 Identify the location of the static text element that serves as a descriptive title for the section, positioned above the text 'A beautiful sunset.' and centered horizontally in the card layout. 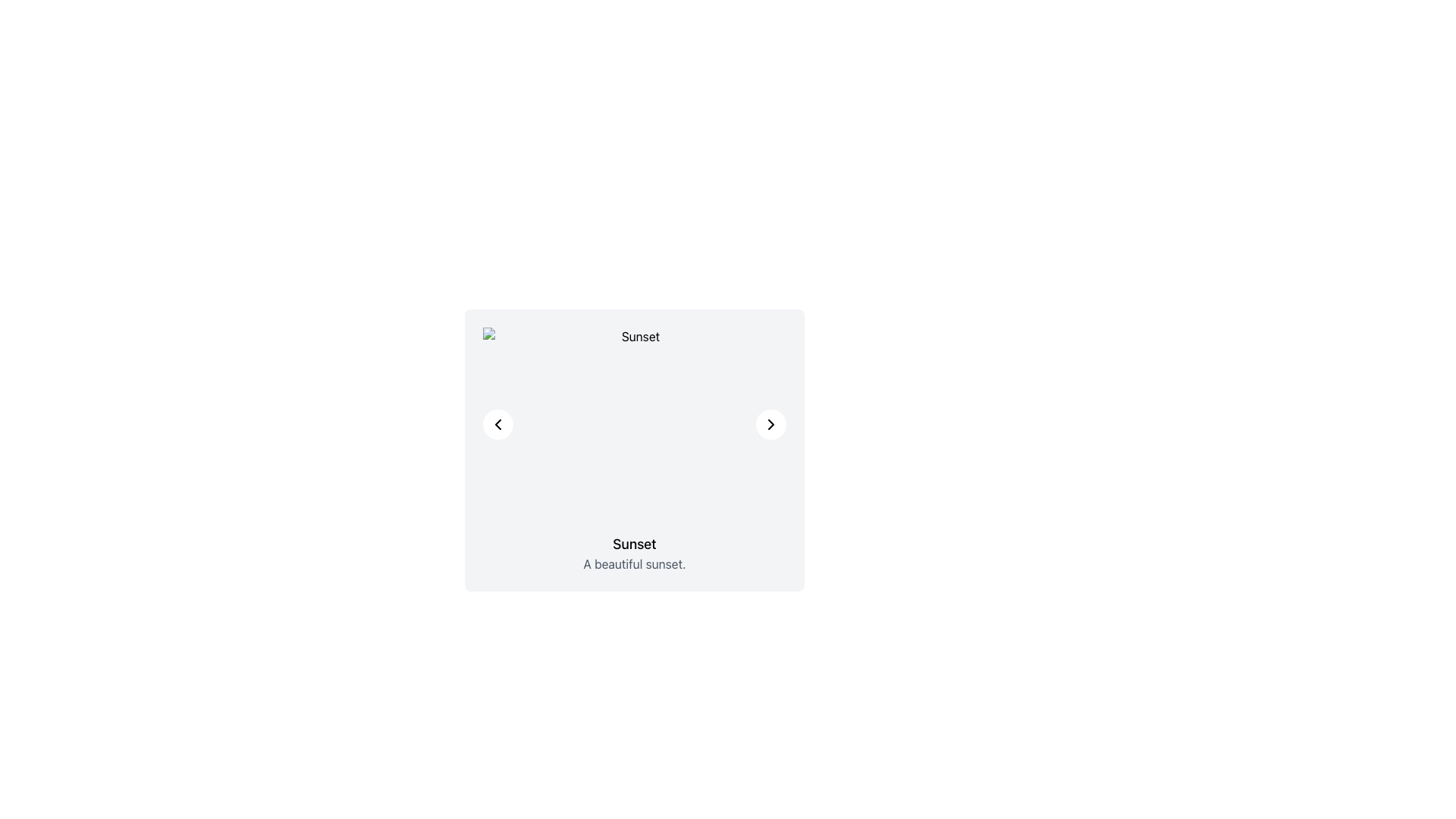
(634, 543).